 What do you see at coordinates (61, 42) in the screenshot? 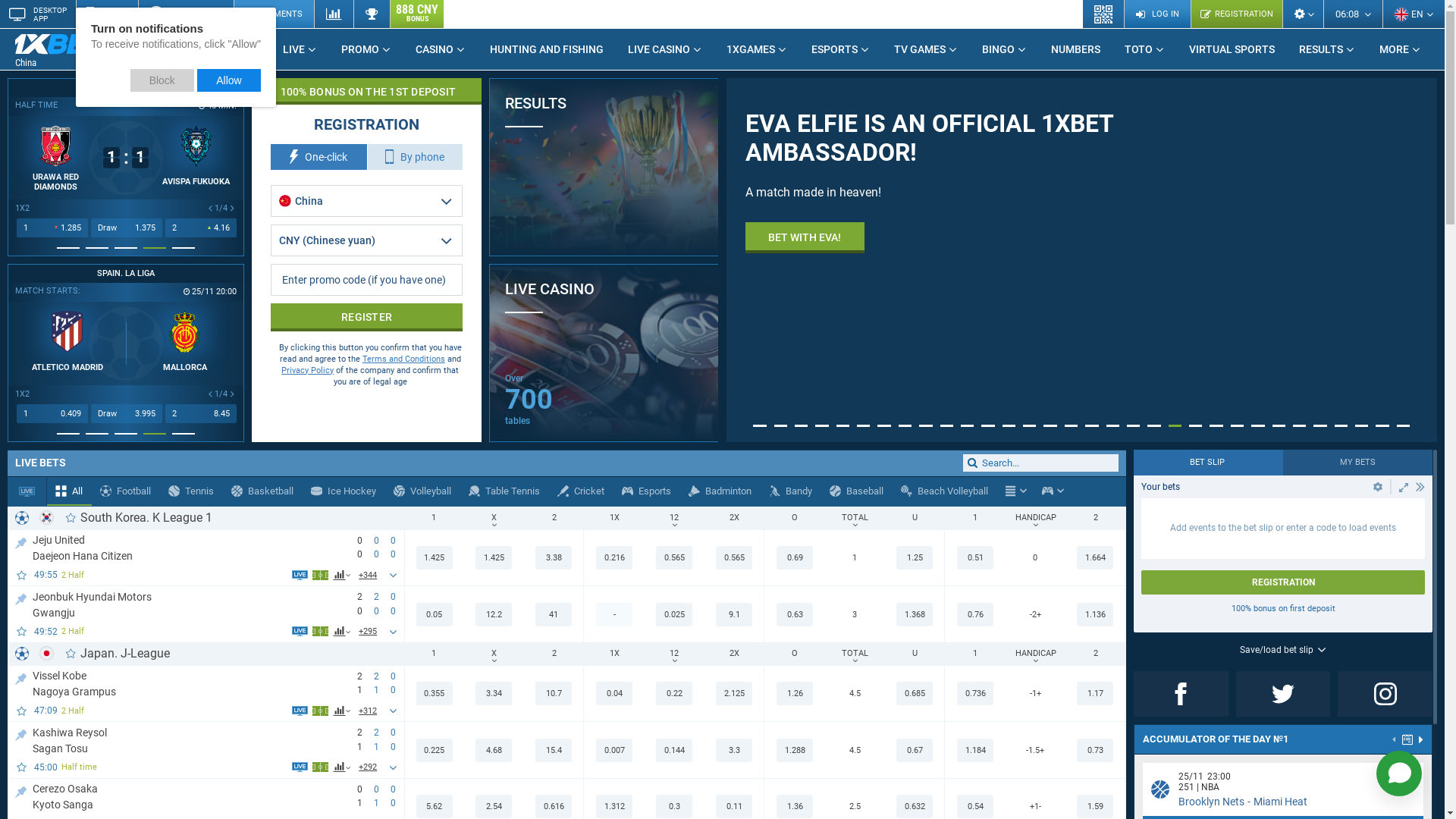
I see `'1xBet Betting Company'` at bounding box center [61, 42].